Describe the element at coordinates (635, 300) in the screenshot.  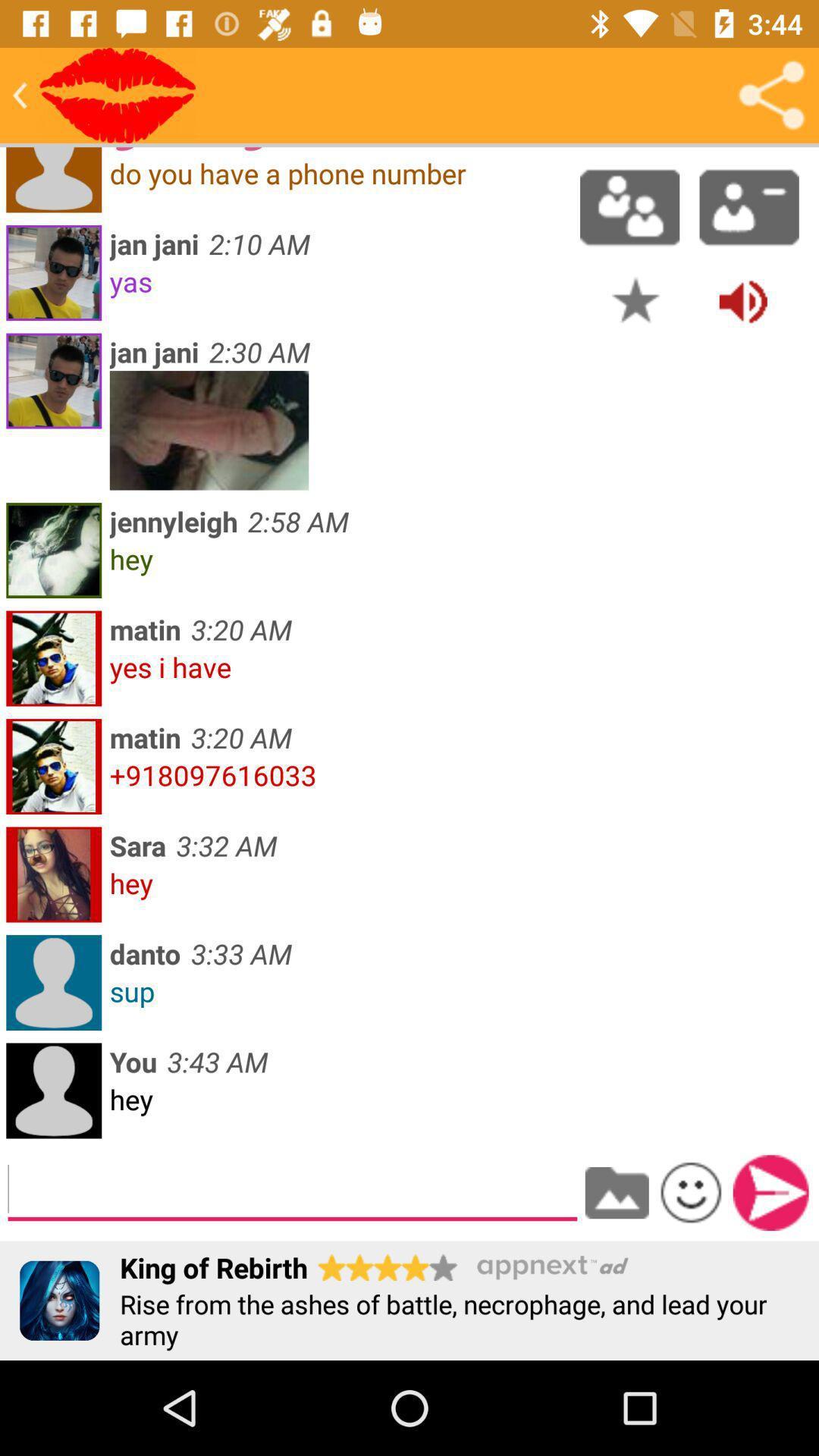
I see `the star icon` at that location.